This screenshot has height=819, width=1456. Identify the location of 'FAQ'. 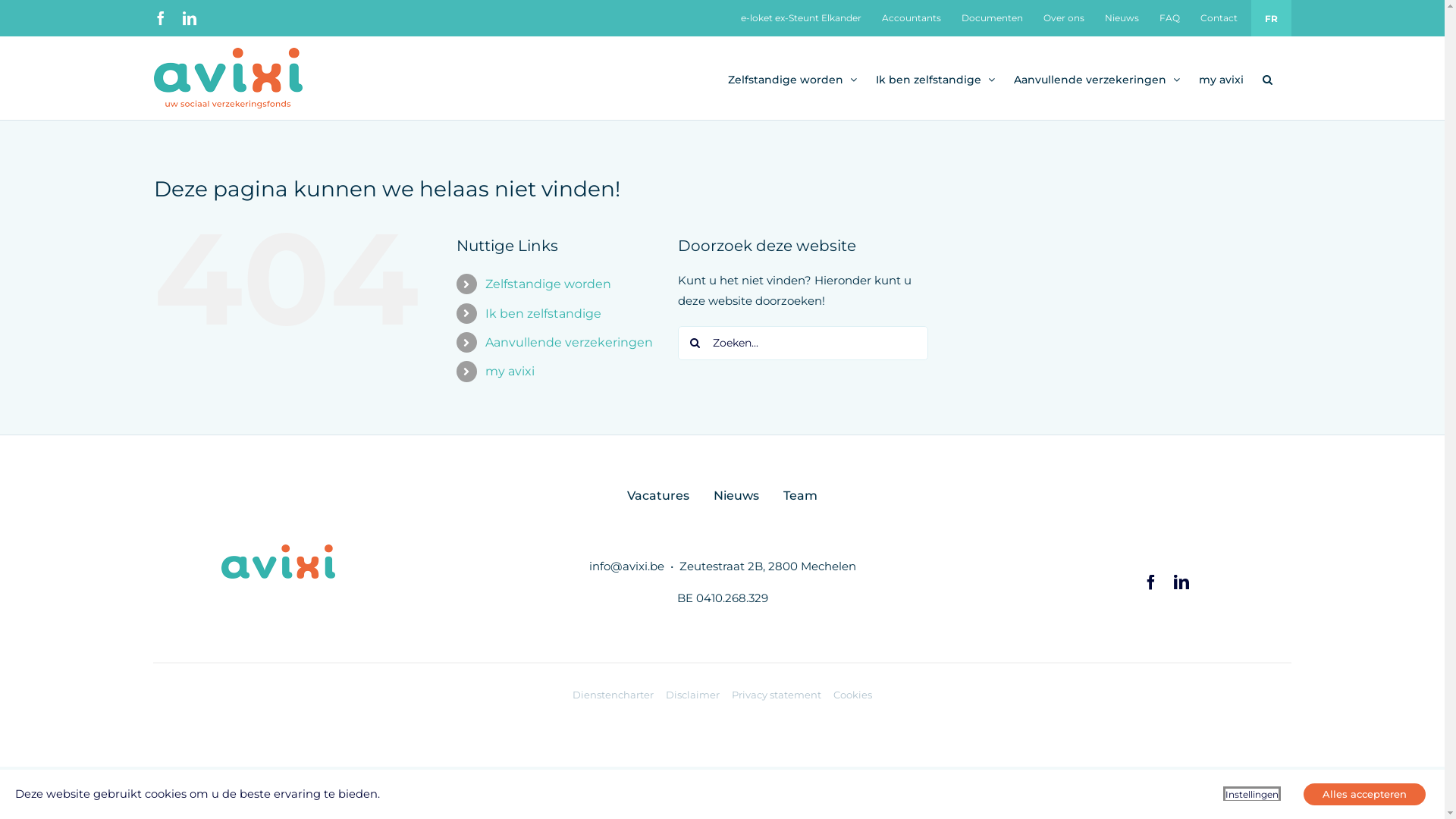
(1169, 17).